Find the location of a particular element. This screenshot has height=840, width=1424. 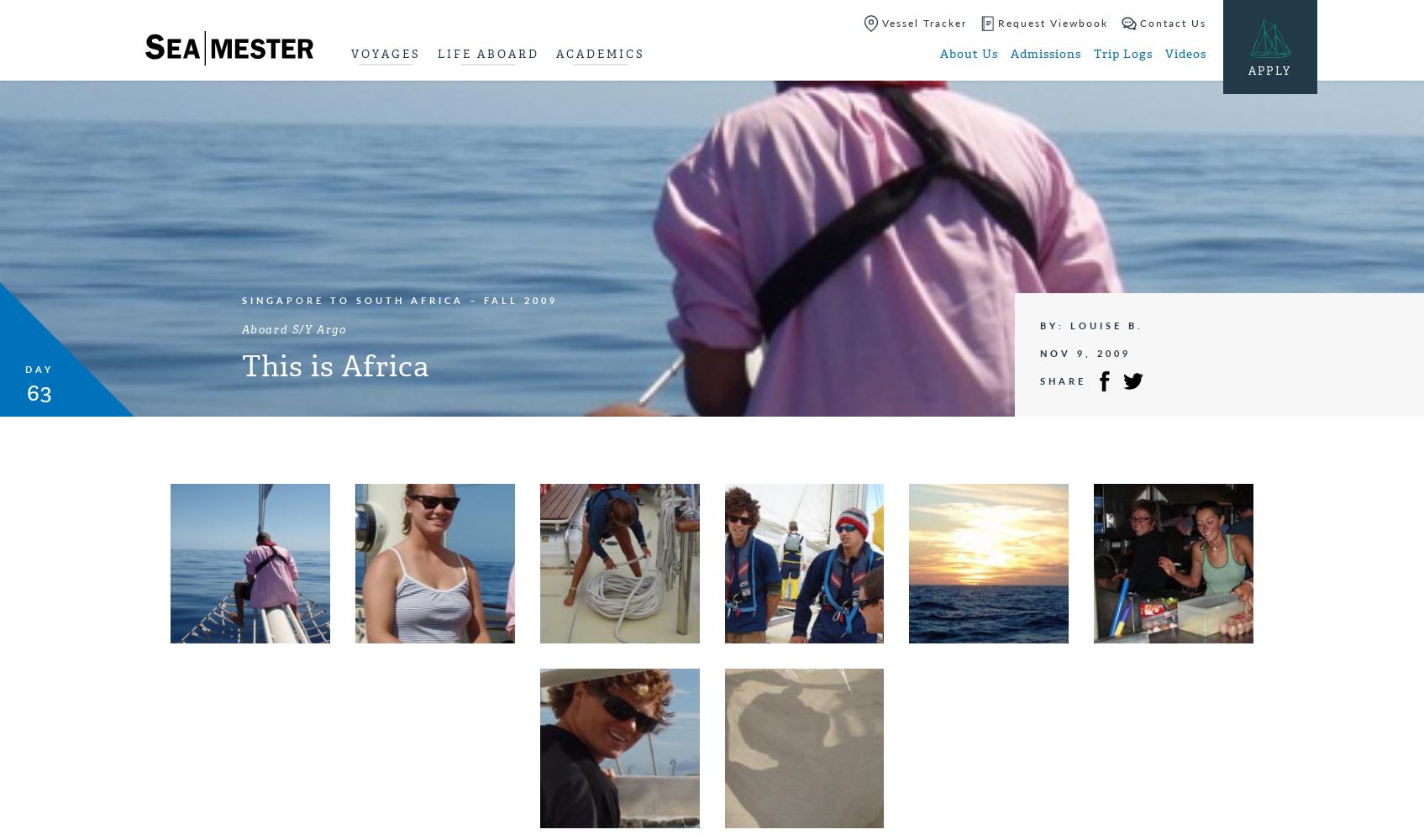

'Academics' is located at coordinates (599, 52).